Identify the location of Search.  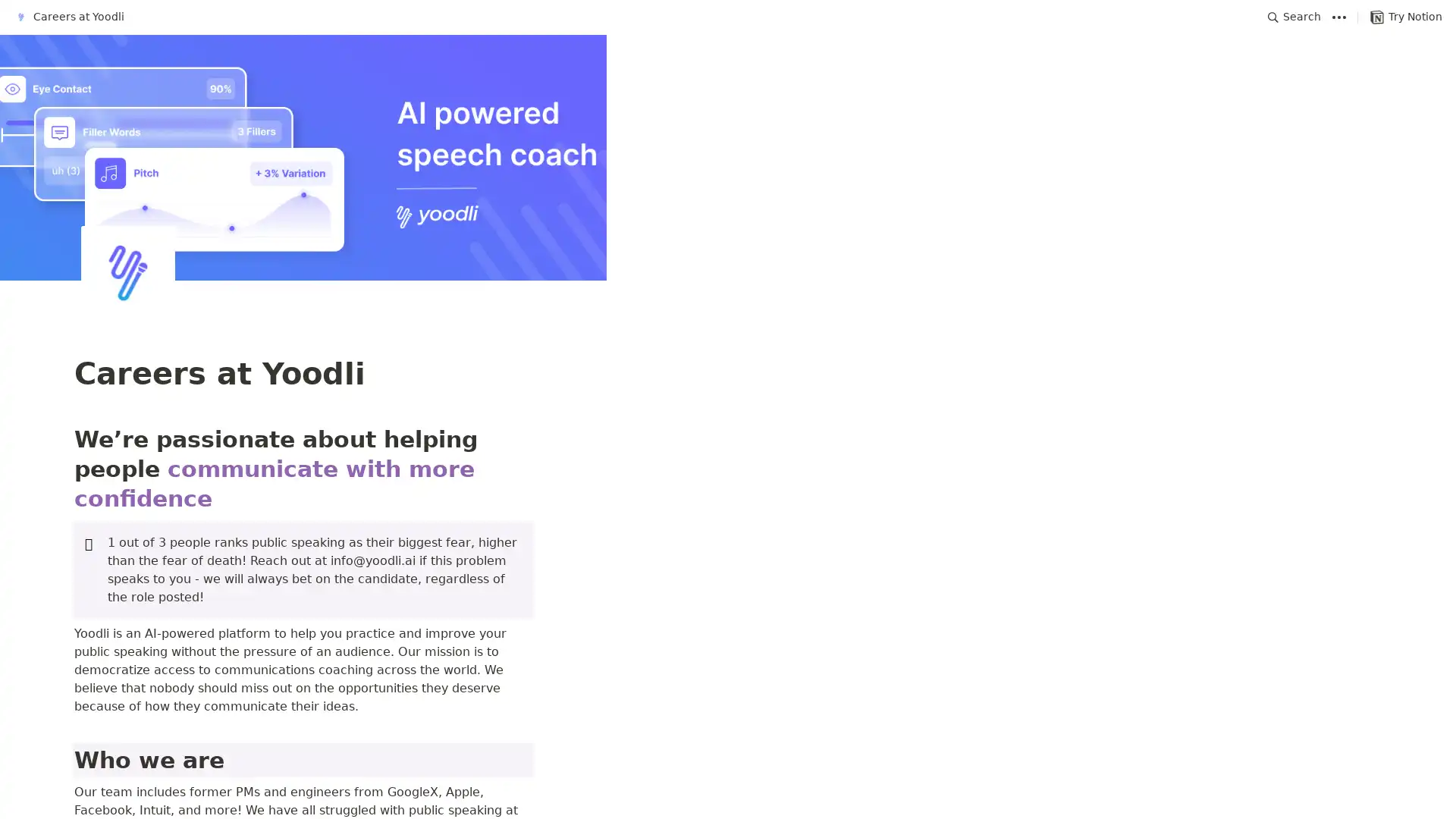
(1294, 17).